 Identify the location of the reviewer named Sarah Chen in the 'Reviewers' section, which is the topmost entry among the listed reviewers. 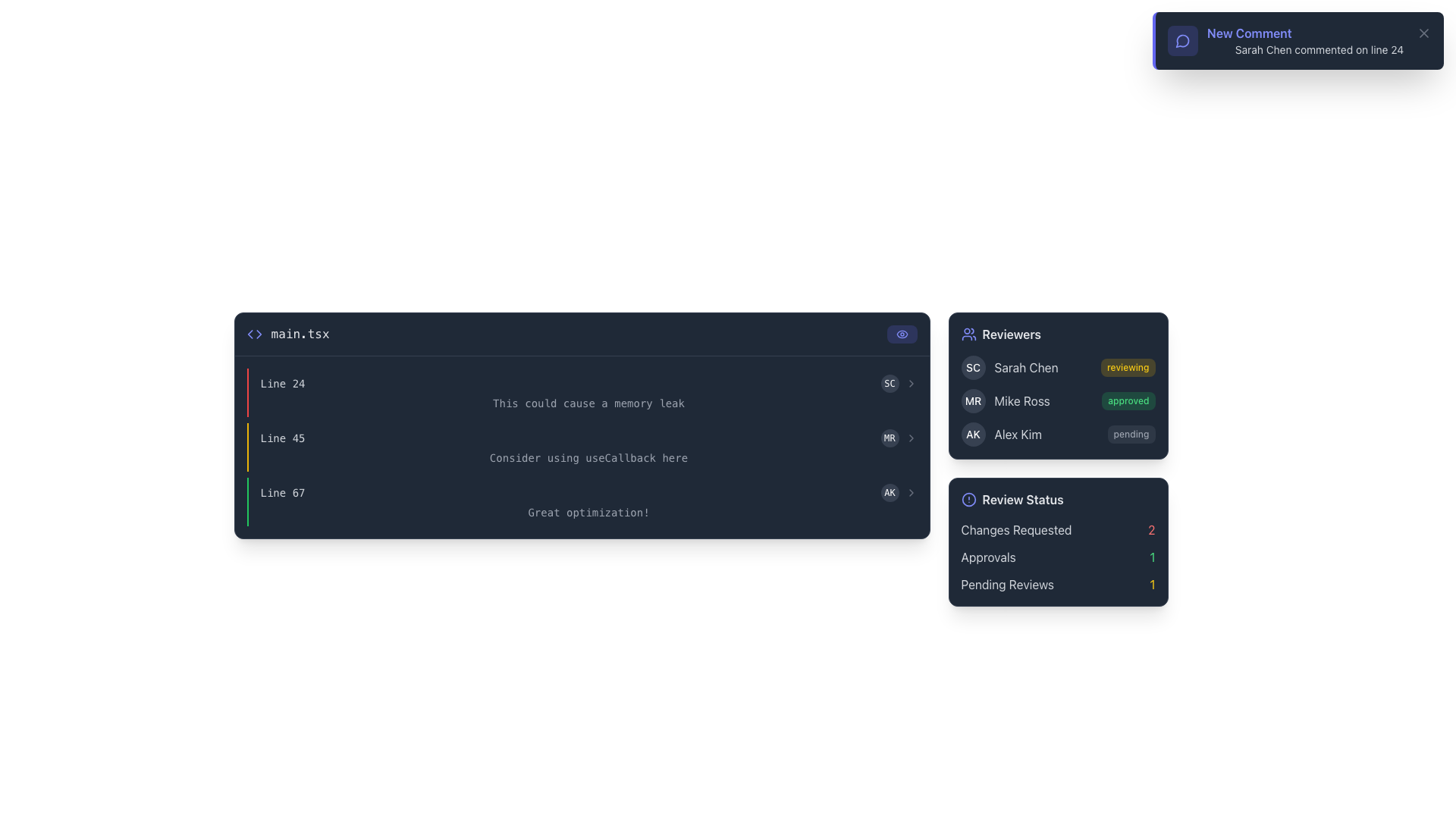
(1009, 368).